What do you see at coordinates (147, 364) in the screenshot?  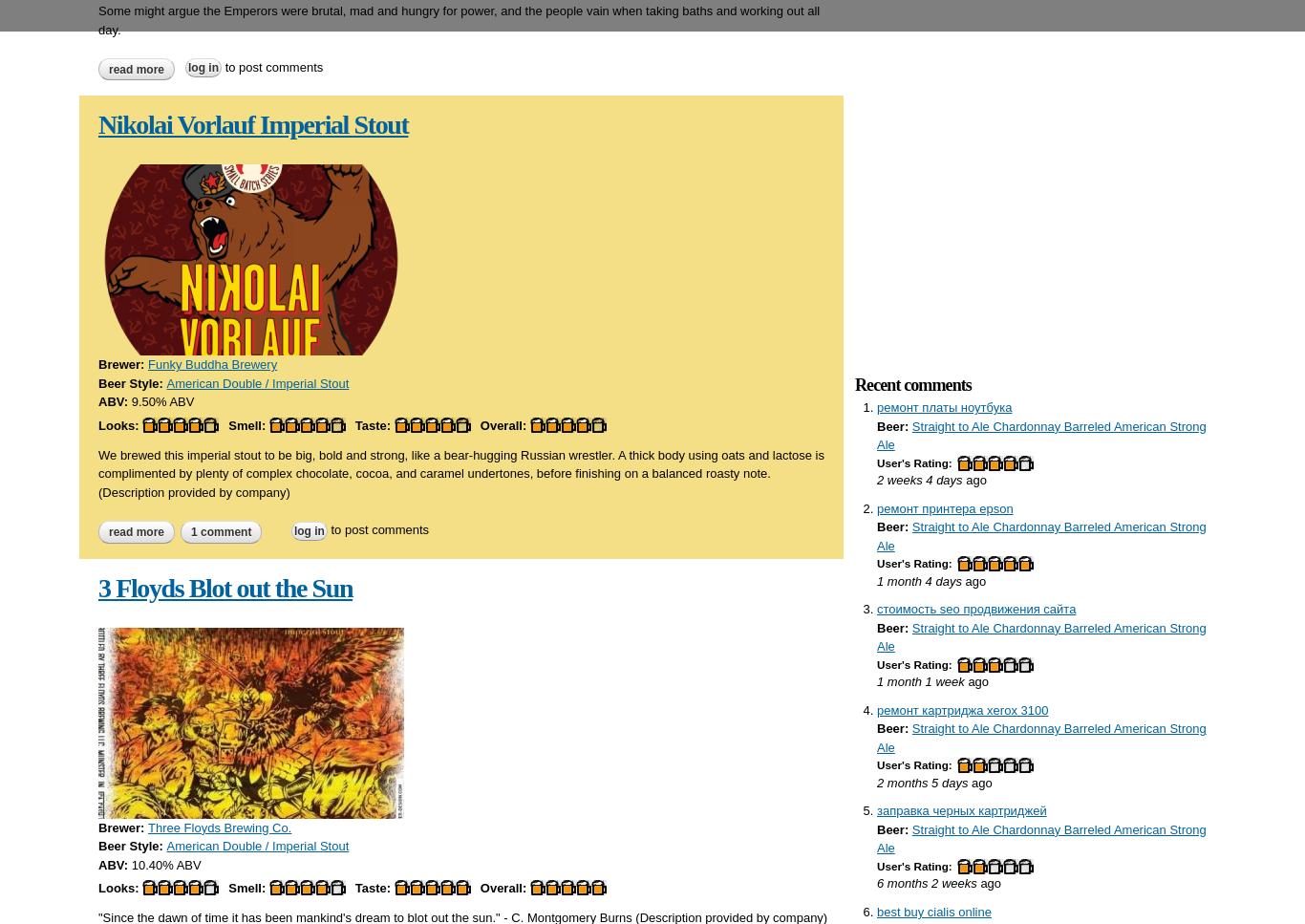 I see `'Funky Buddha Brewery'` at bounding box center [147, 364].